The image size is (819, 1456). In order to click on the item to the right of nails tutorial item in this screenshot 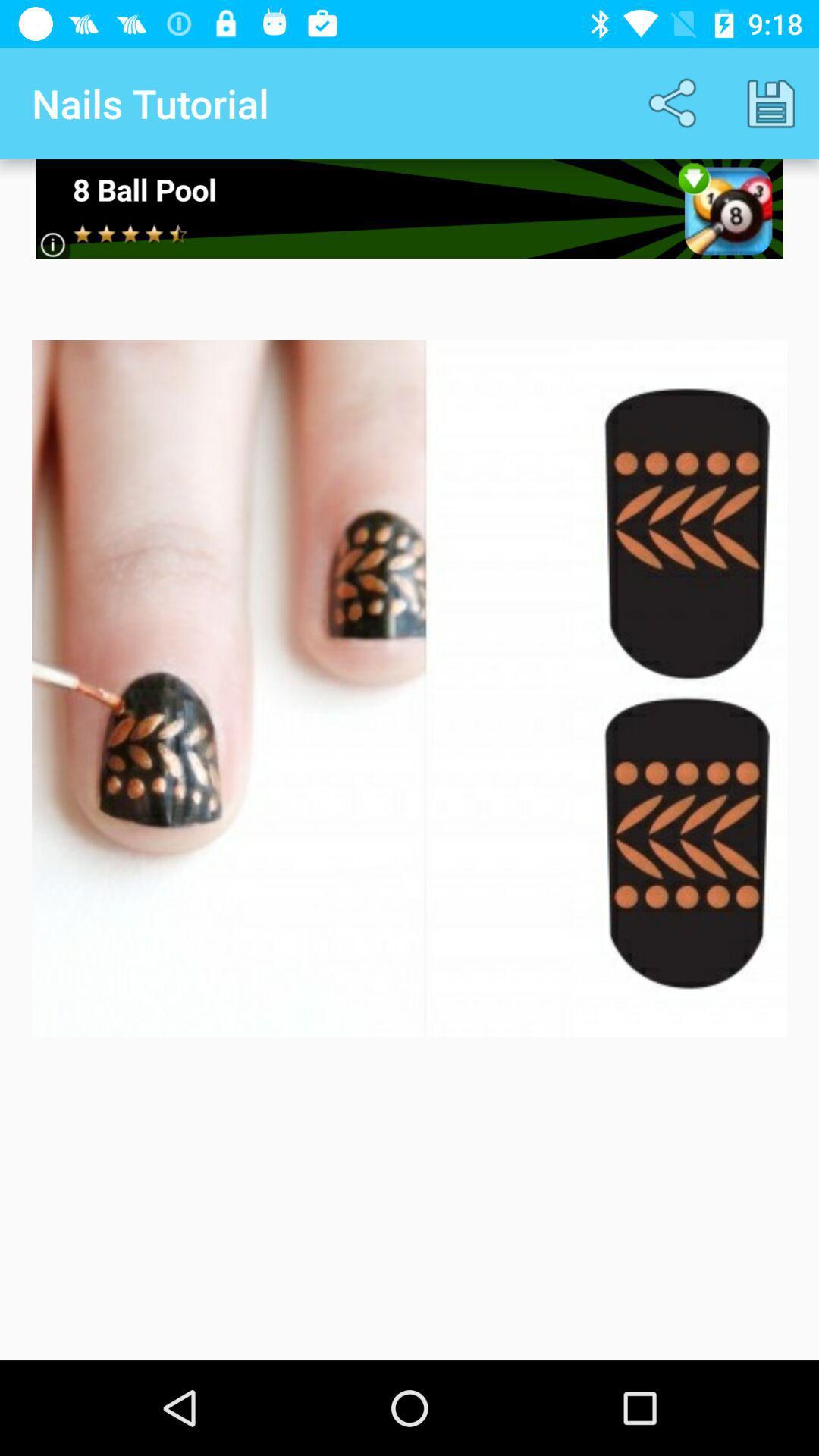, I will do `click(675, 102)`.